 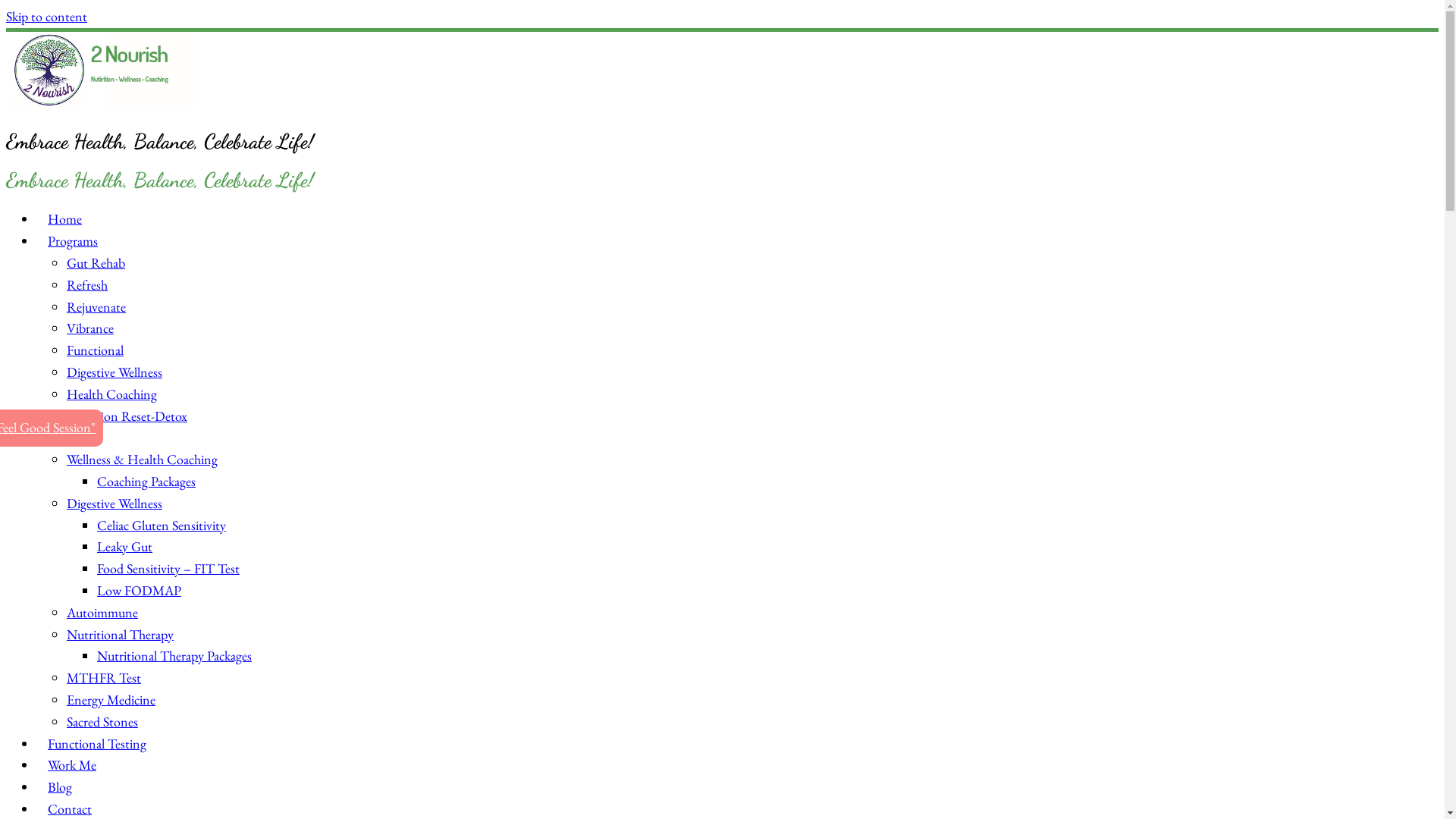 What do you see at coordinates (95, 262) in the screenshot?
I see `'Gut Rehab'` at bounding box center [95, 262].